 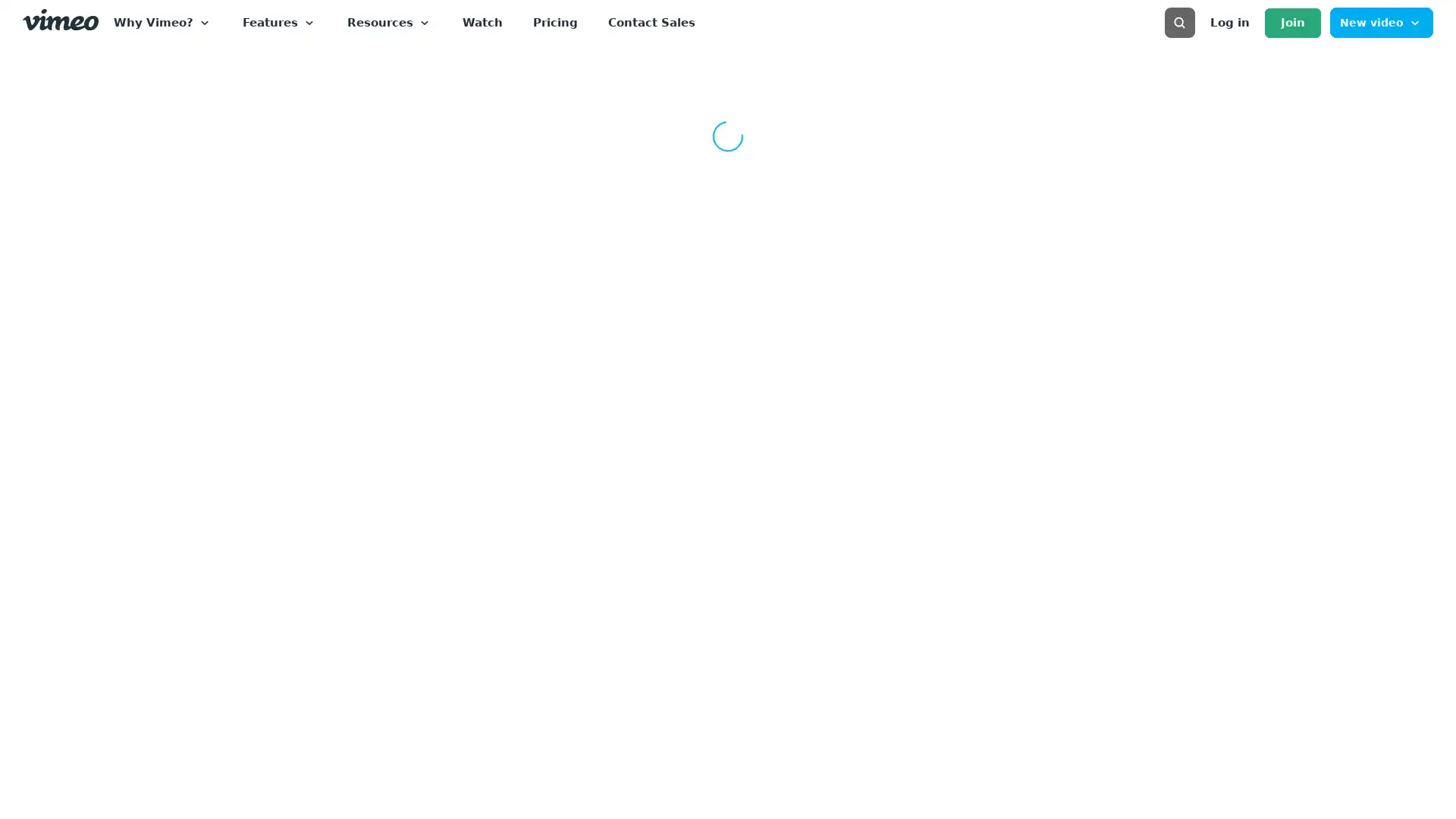 I want to click on Search, so click(x=1415, y=72).